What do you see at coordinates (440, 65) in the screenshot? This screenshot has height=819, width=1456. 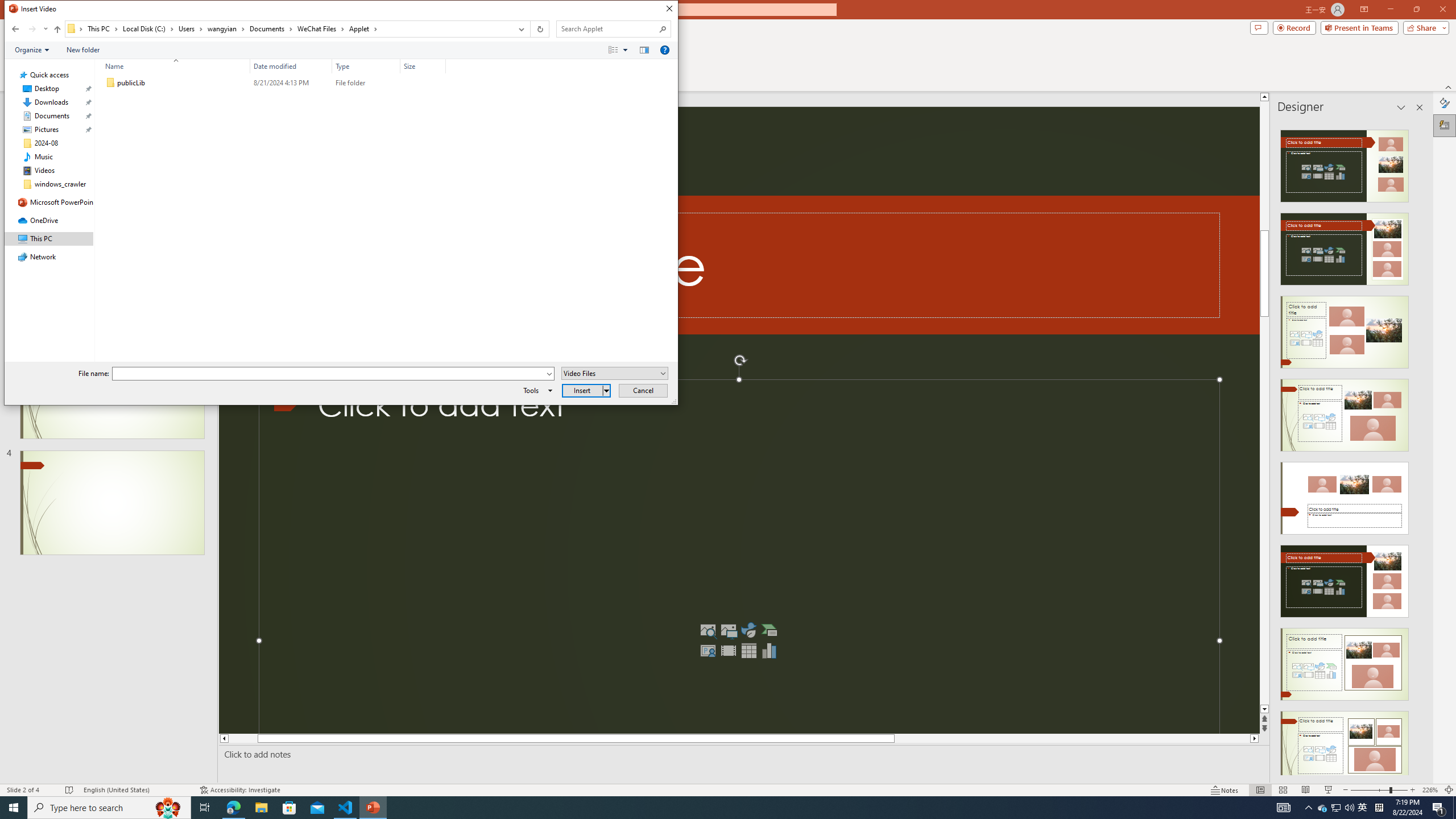 I see `'Filter dropdown'` at bounding box center [440, 65].